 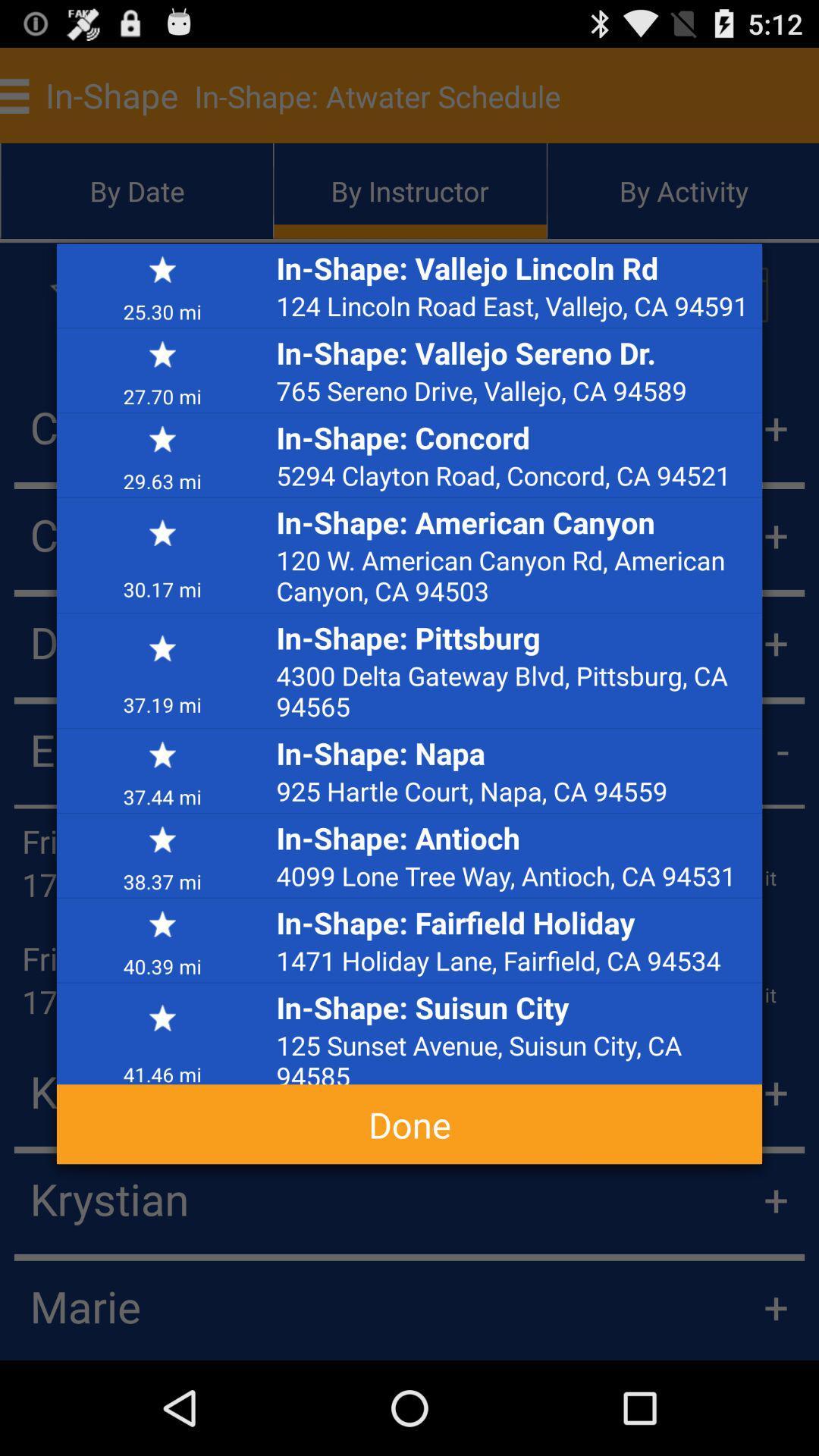 I want to click on 41.46 mi app, so click(x=162, y=1067).